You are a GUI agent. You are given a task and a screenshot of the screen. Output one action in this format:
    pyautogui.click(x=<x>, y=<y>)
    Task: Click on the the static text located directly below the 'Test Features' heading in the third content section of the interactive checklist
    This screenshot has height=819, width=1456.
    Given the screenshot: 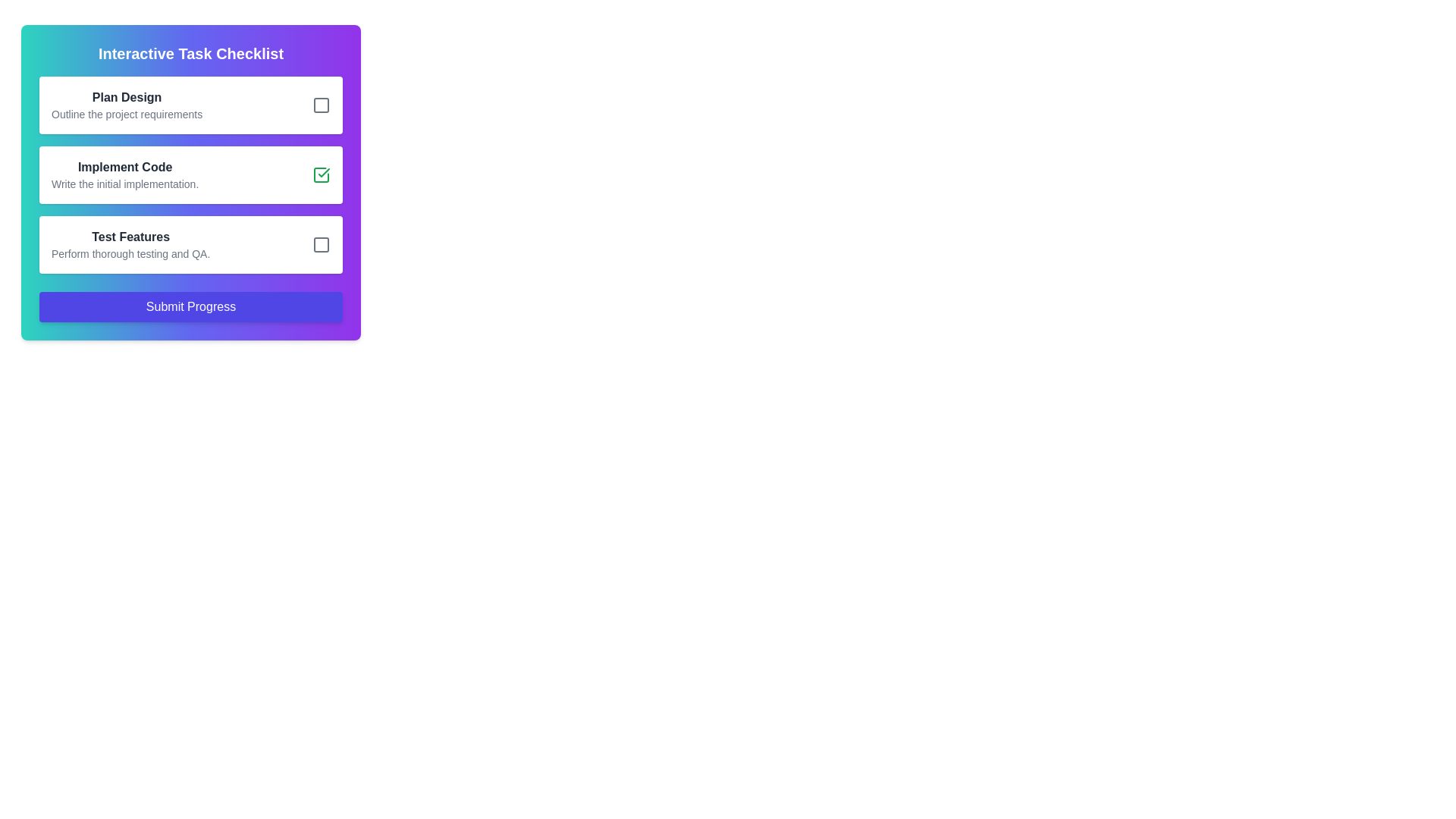 What is the action you would take?
    pyautogui.click(x=130, y=253)
    